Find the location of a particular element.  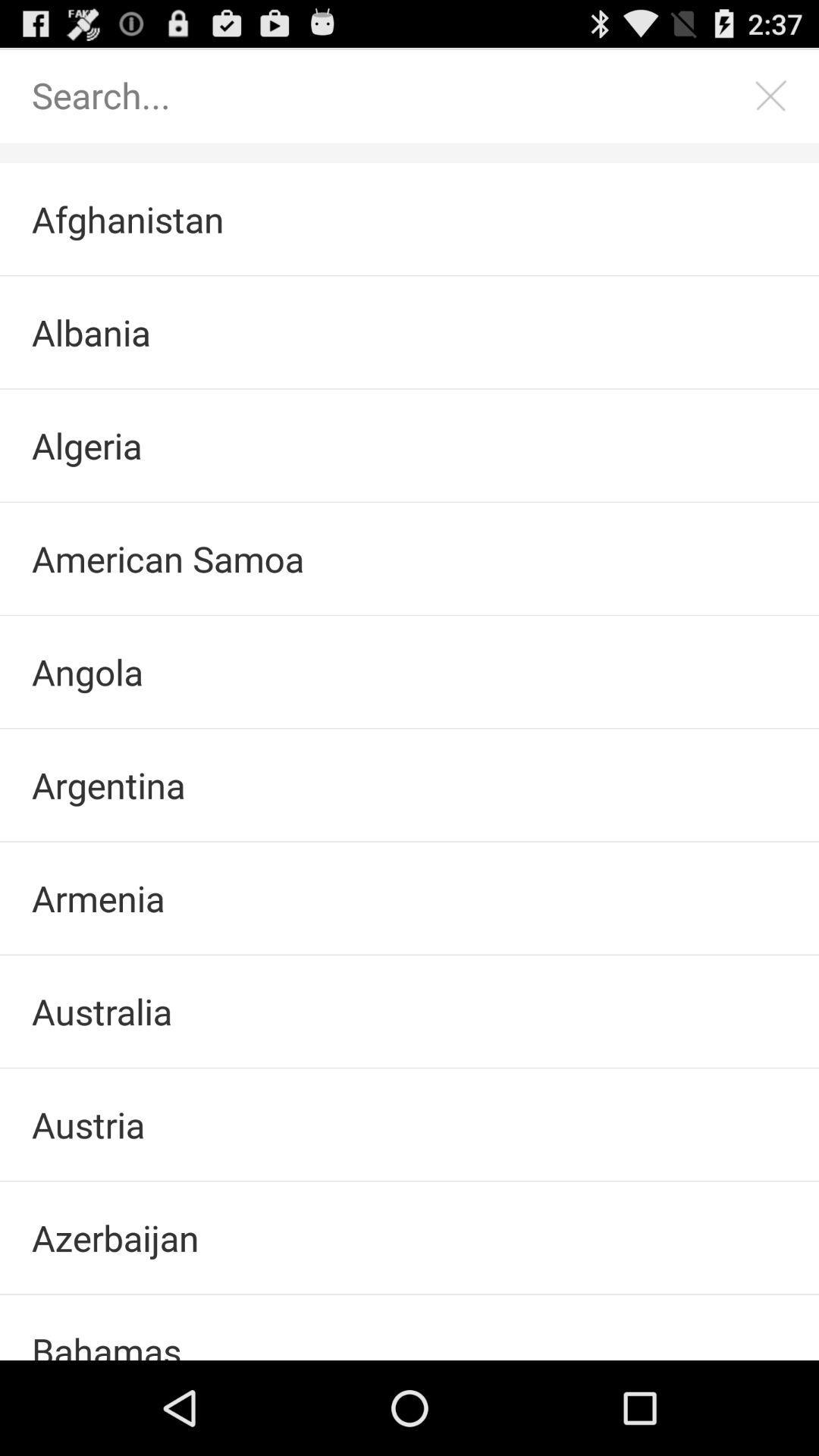

search screen is located at coordinates (771, 94).